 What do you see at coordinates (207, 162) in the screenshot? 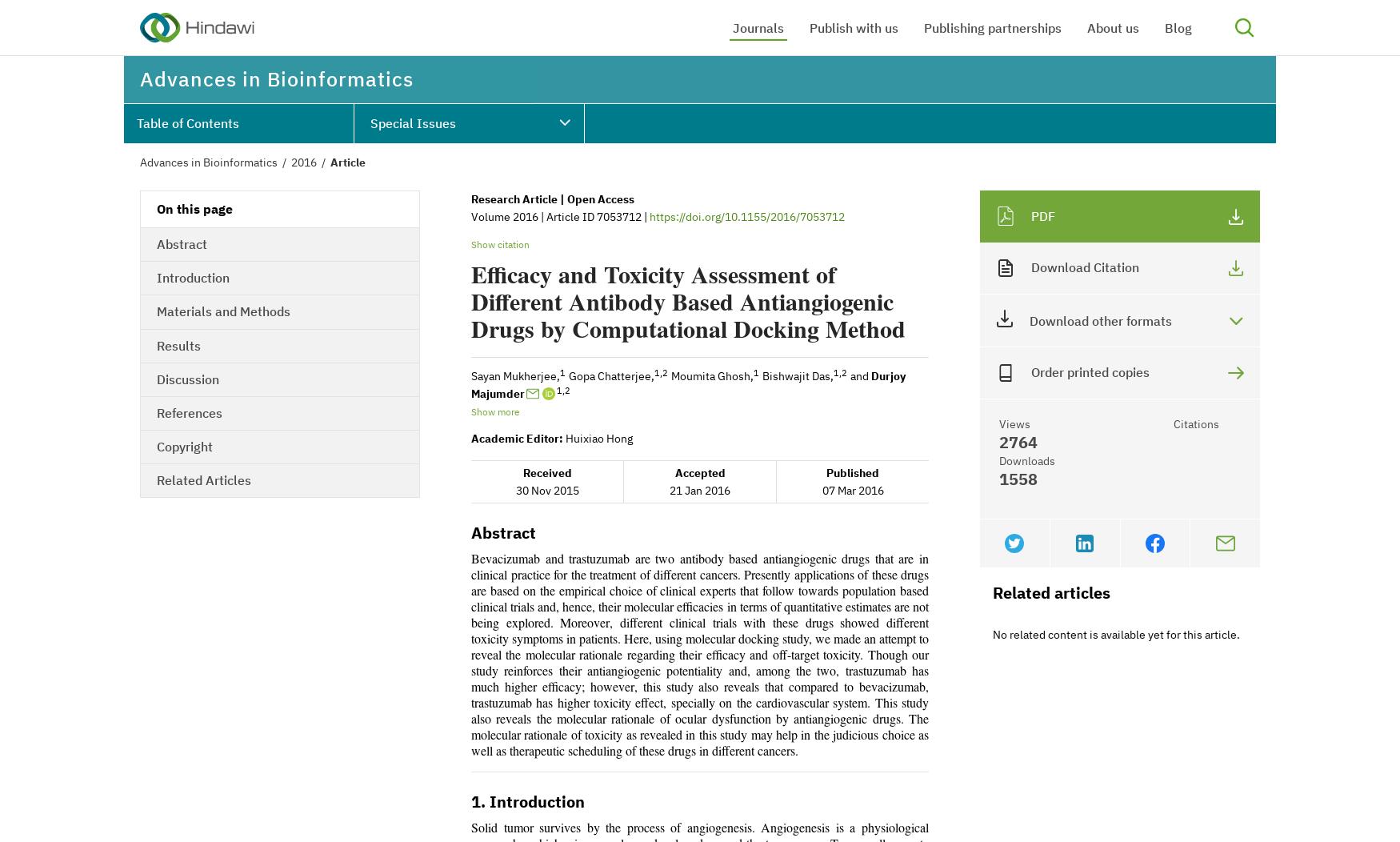
I see `'Advances in Bioinformatics'` at bounding box center [207, 162].